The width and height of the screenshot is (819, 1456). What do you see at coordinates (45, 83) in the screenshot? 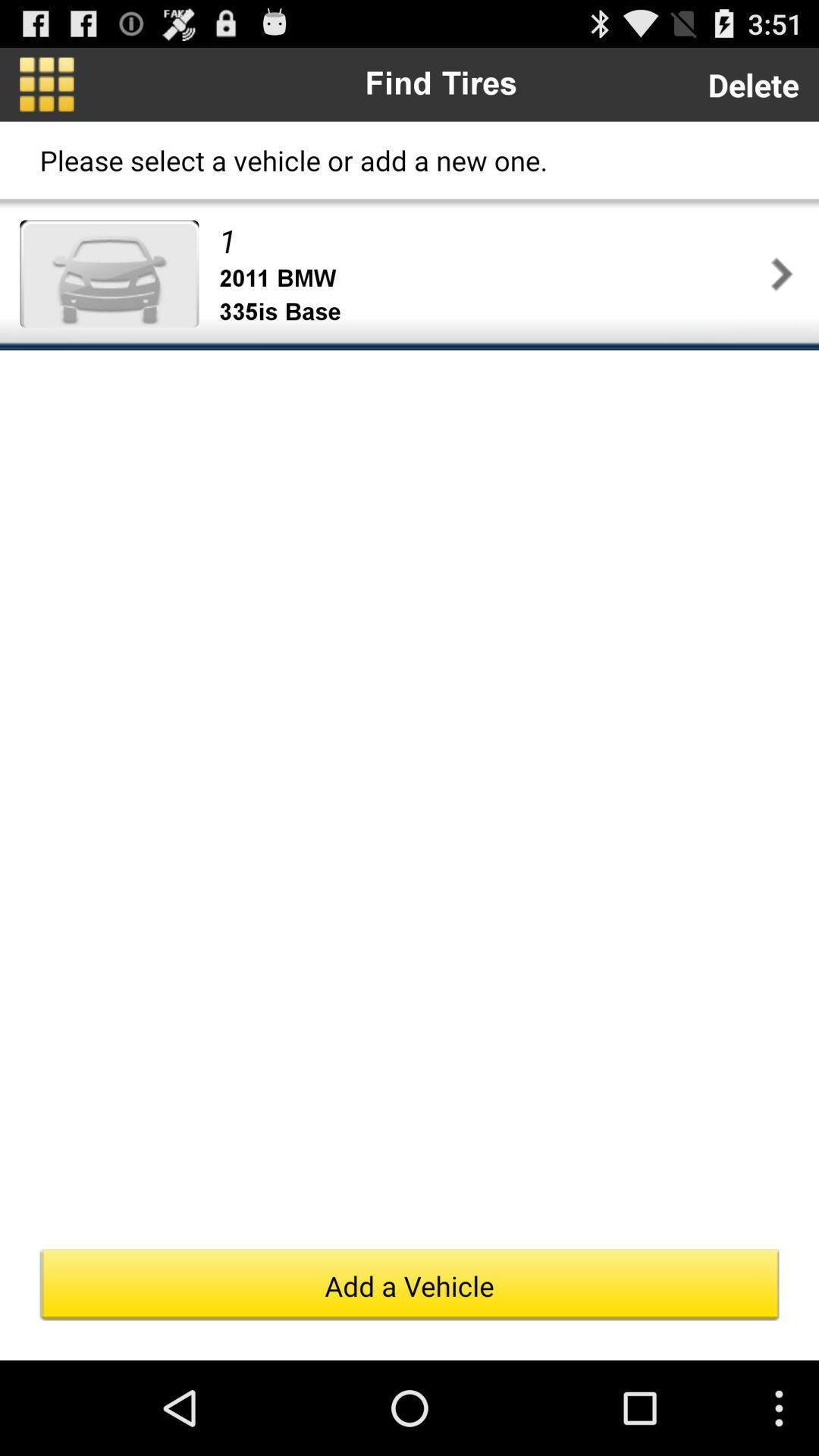
I see `open menu` at bounding box center [45, 83].